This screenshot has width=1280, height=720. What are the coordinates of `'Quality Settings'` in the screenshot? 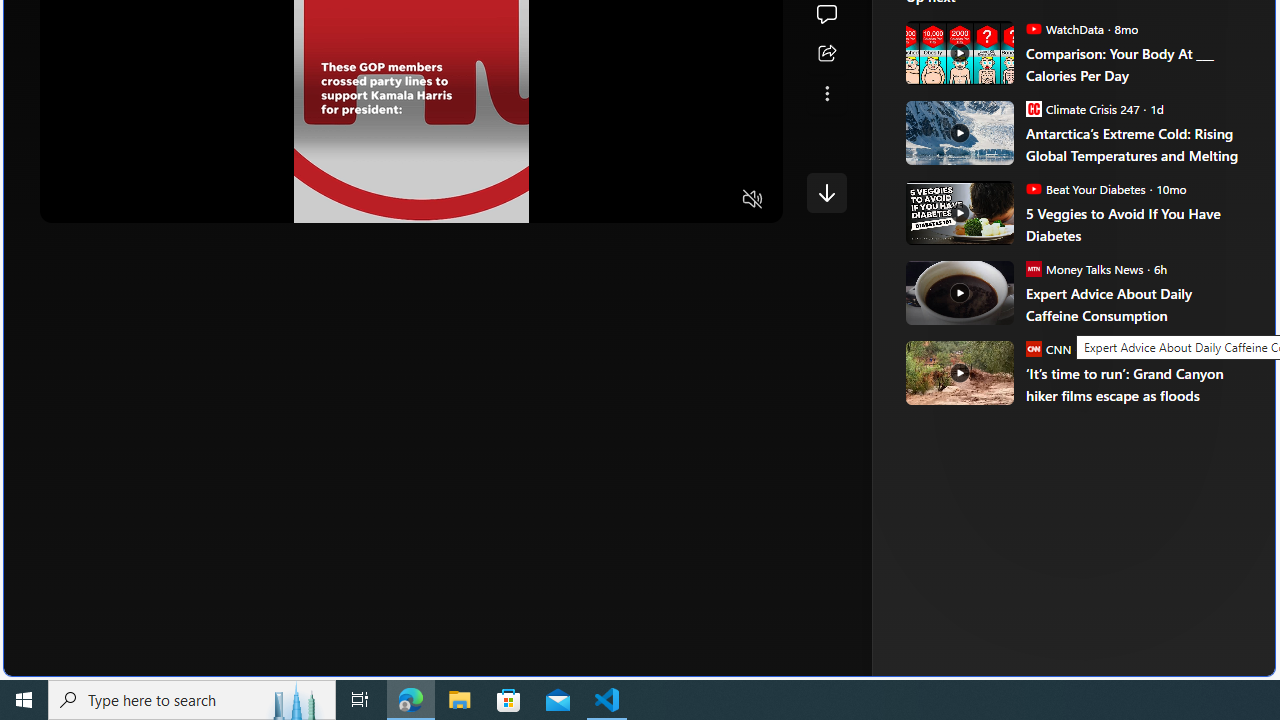 It's located at (633, 200).